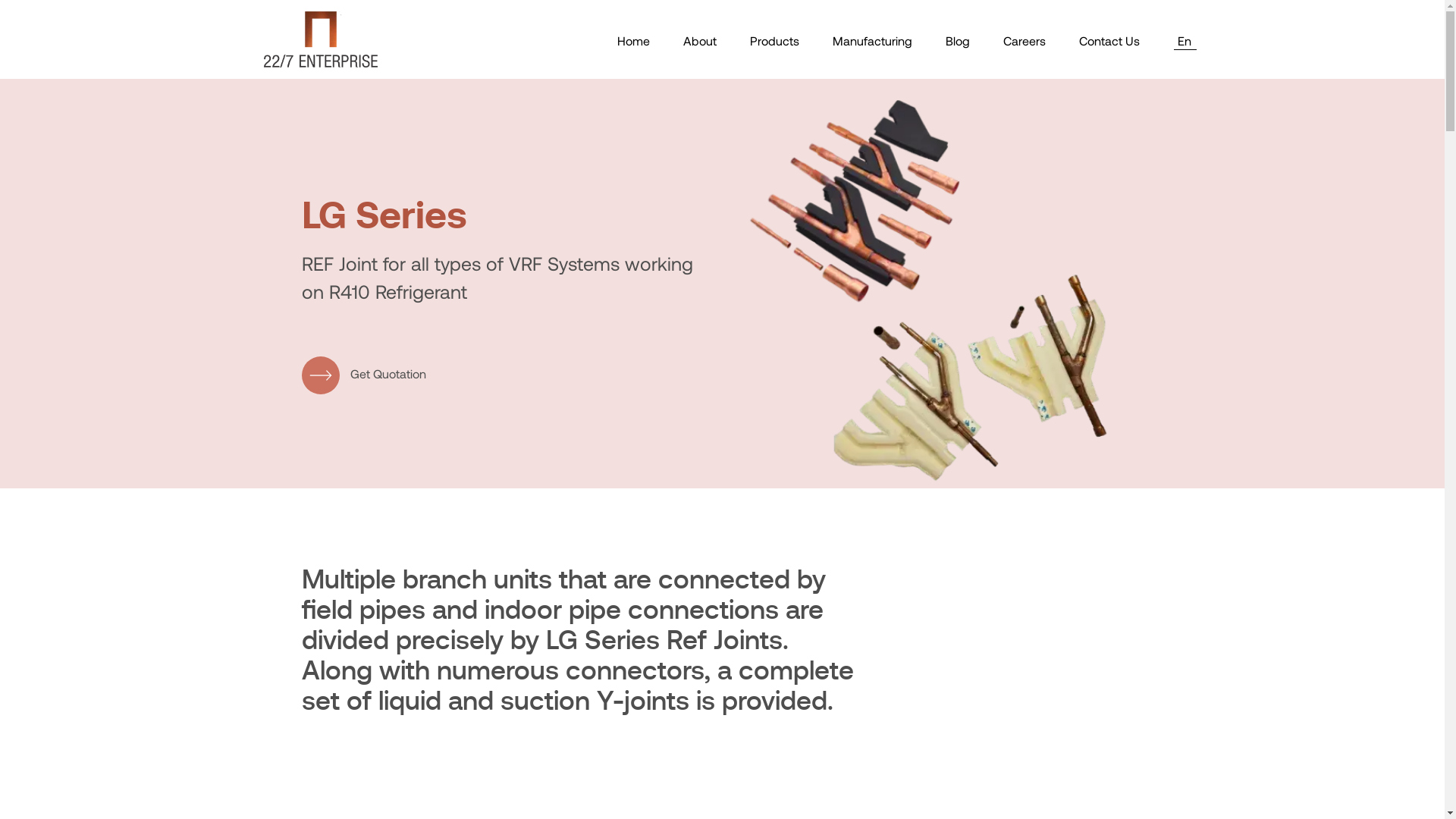 The height and width of the screenshot is (819, 1456). I want to click on 'Manufacturing', so click(872, 39).